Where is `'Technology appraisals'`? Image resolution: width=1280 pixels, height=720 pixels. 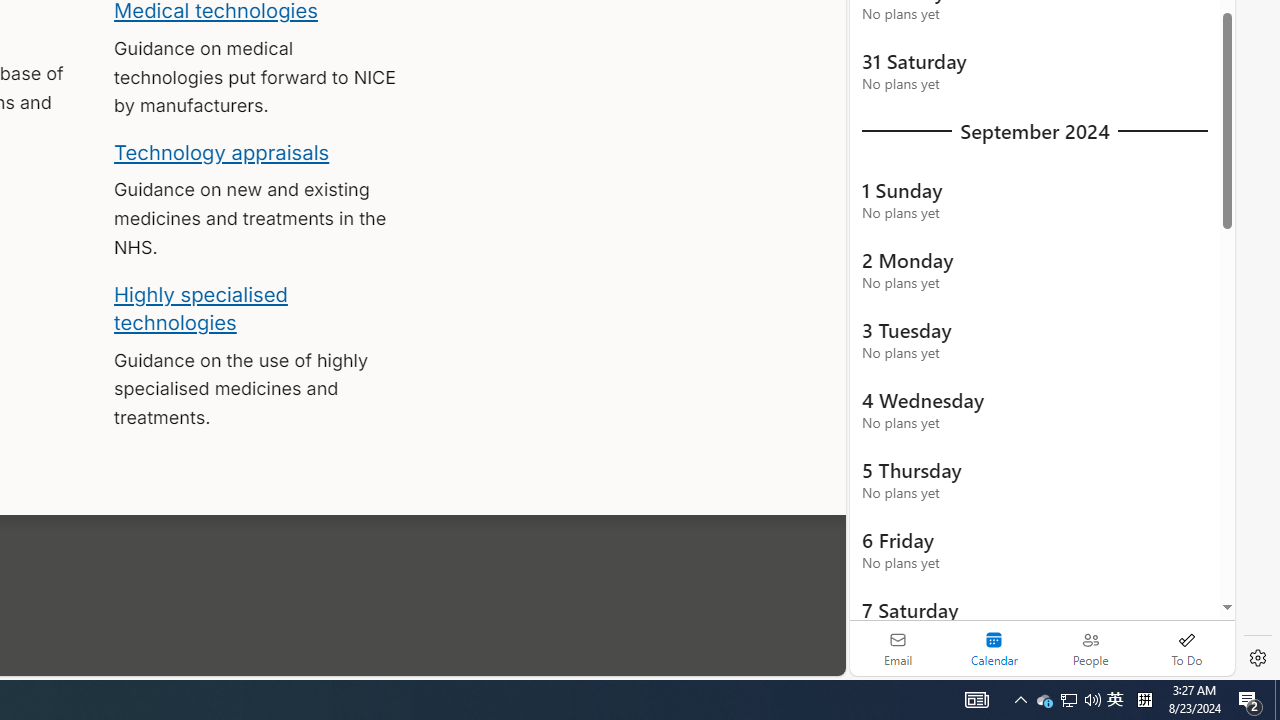
'Technology appraisals' is located at coordinates (222, 152).